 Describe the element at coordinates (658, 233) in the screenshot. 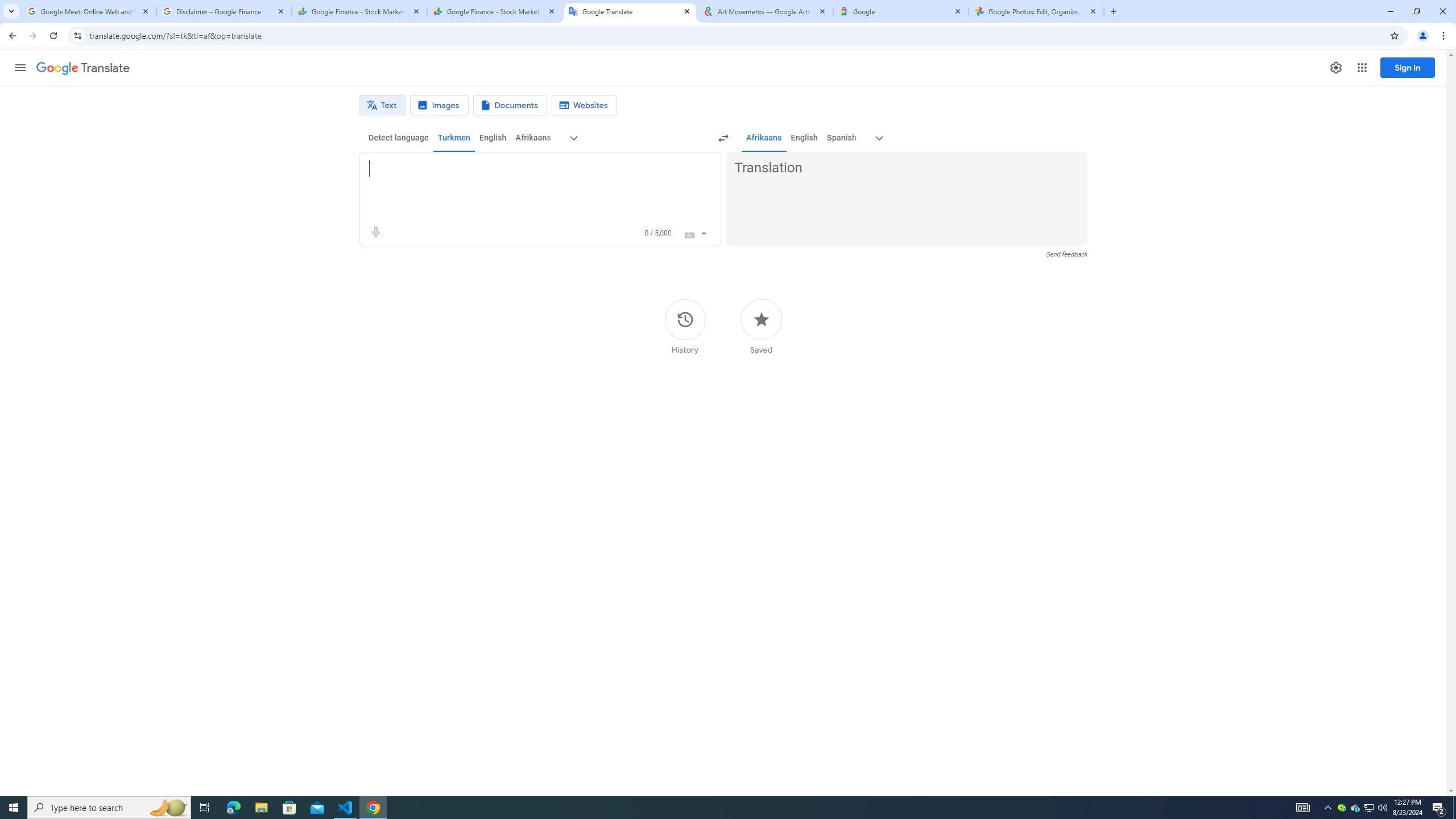

I see `'0 of 5,000 characters used'` at that location.